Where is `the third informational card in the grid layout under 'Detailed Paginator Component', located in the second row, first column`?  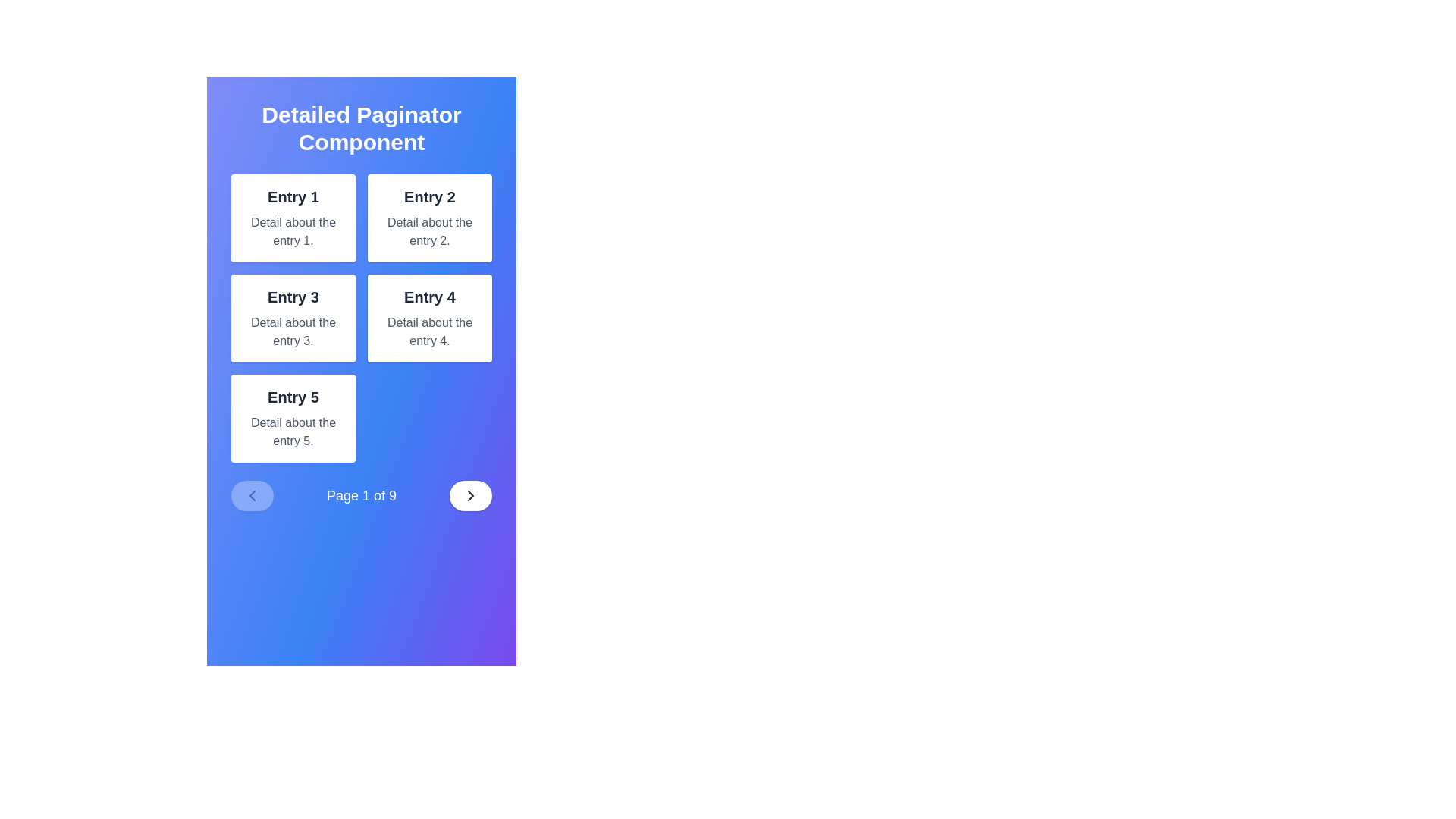
the third informational card in the grid layout under 'Detailed Paginator Component', located in the second row, first column is located at coordinates (293, 318).